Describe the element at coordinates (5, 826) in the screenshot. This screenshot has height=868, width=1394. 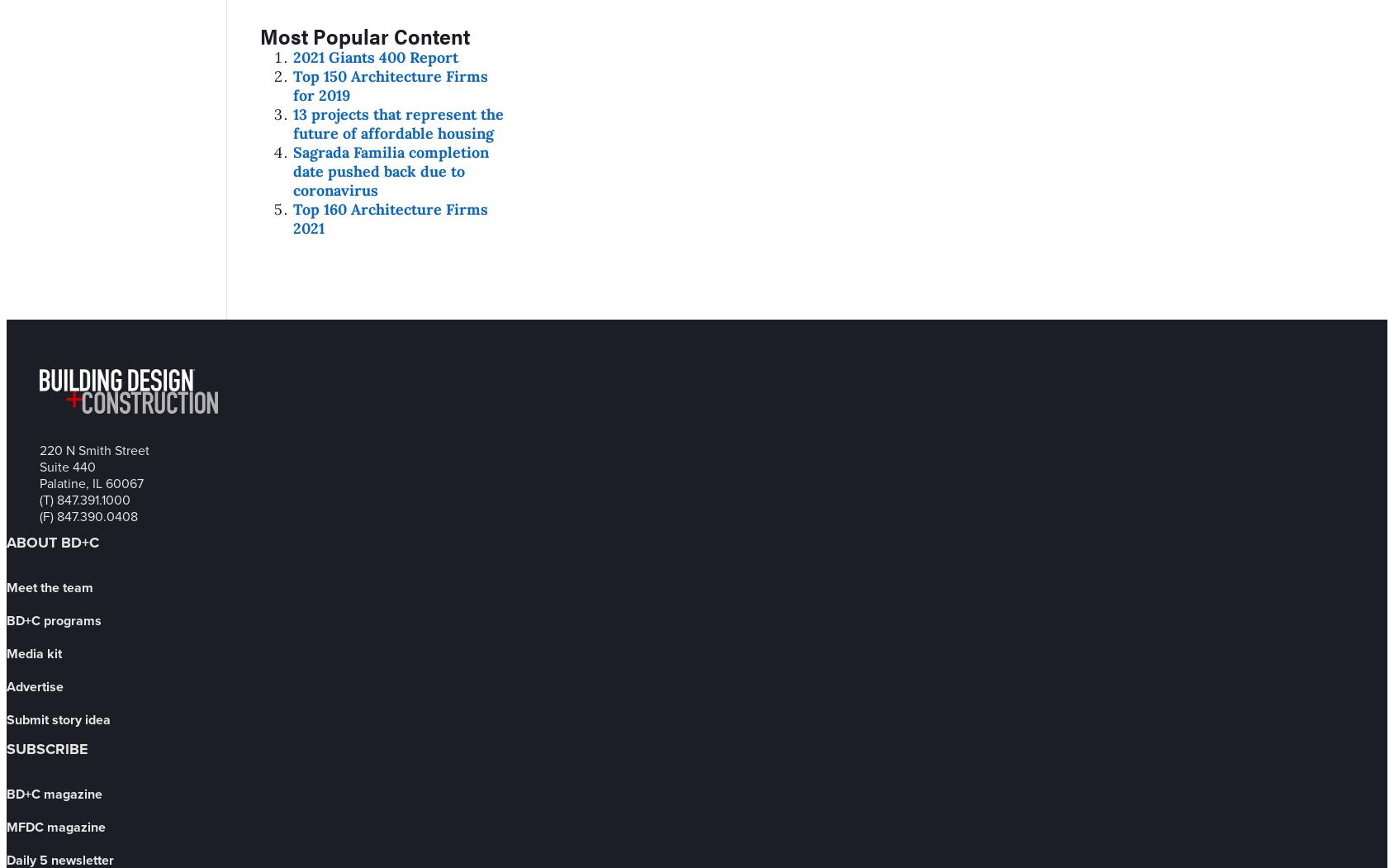
I see `'MFDC magazine'` at that location.